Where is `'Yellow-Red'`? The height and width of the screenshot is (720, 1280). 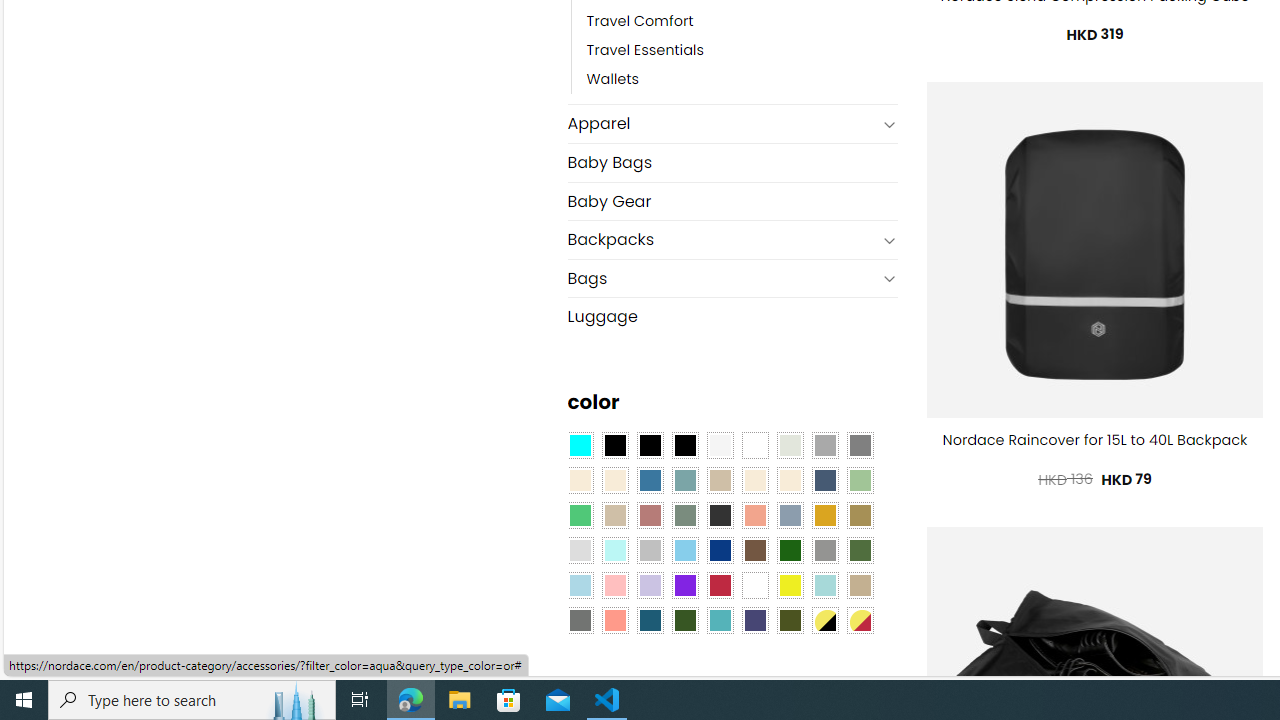
'Yellow-Red' is located at coordinates (860, 618).